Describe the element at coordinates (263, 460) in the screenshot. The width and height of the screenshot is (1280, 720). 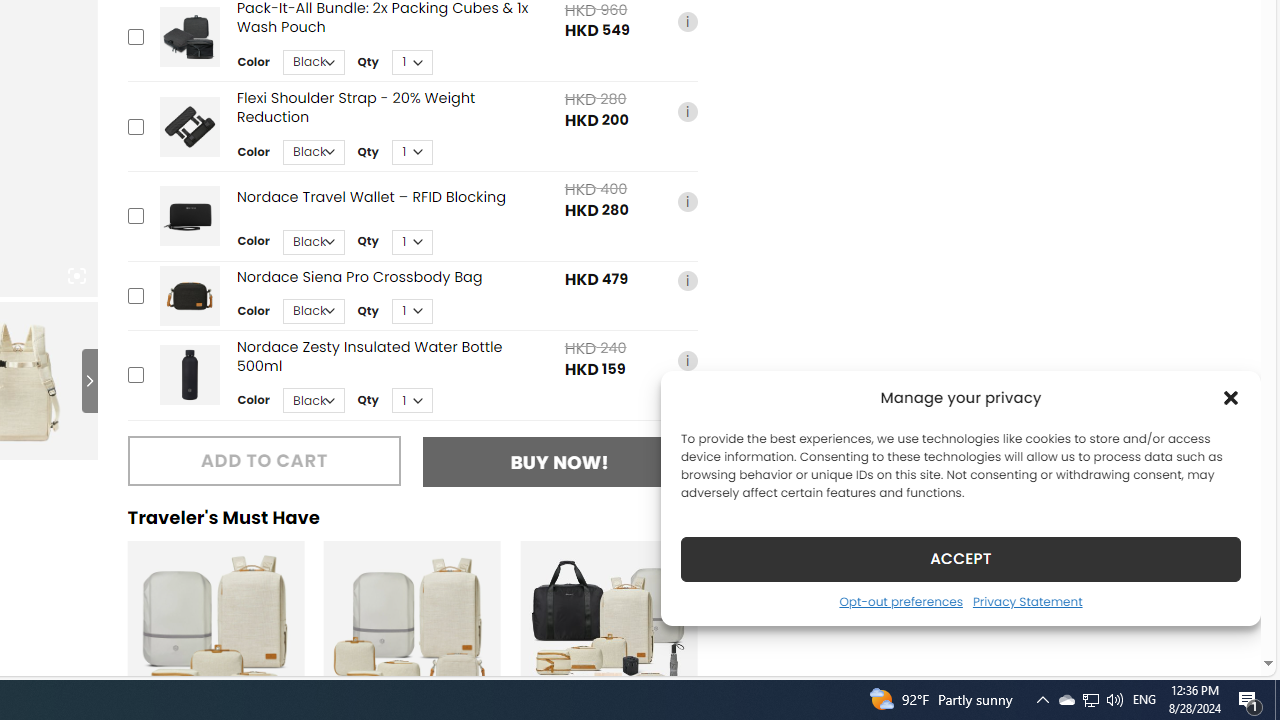
I see `'ADD TO CART'` at that location.